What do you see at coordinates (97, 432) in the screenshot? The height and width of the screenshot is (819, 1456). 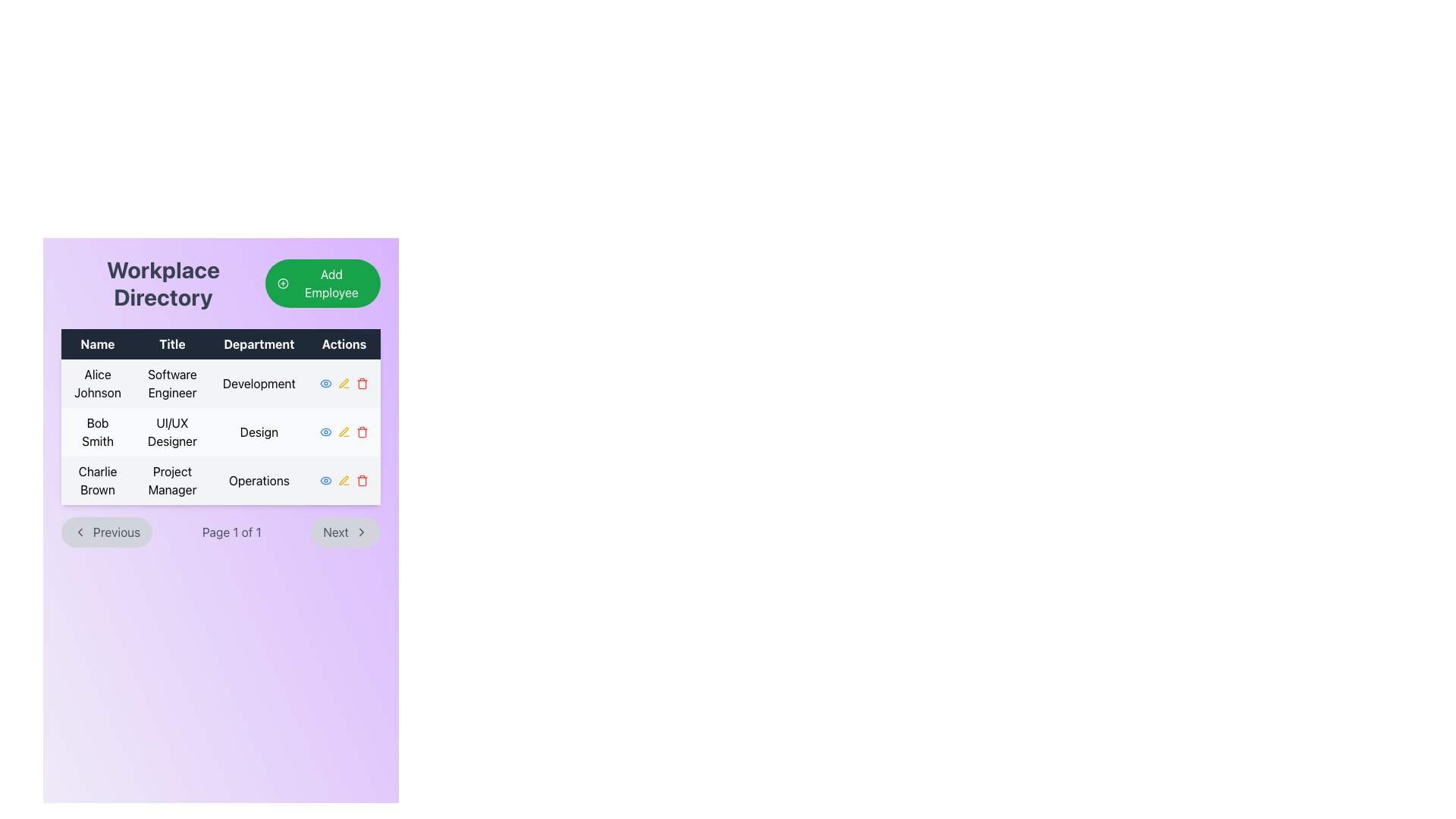 I see `text displayed in the employee name label located in the second row and first column of the data table under the 'Name' header` at bounding box center [97, 432].